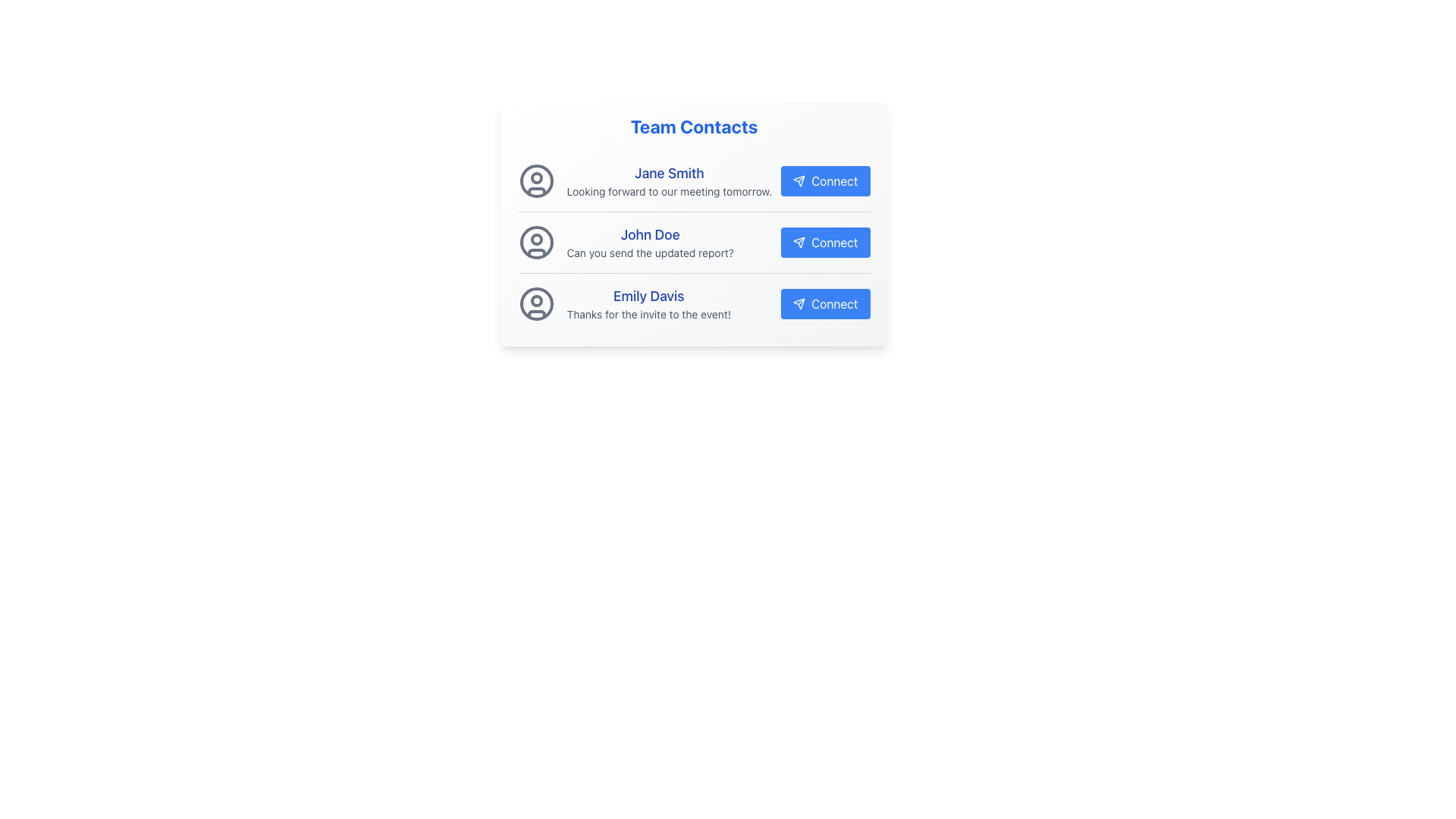  Describe the element at coordinates (799, 180) in the screenshot. I see `the decorative icon in the 'Connect' button associated with 'Jane Smith', which is located to the left of the text 'Connect'` at that location.